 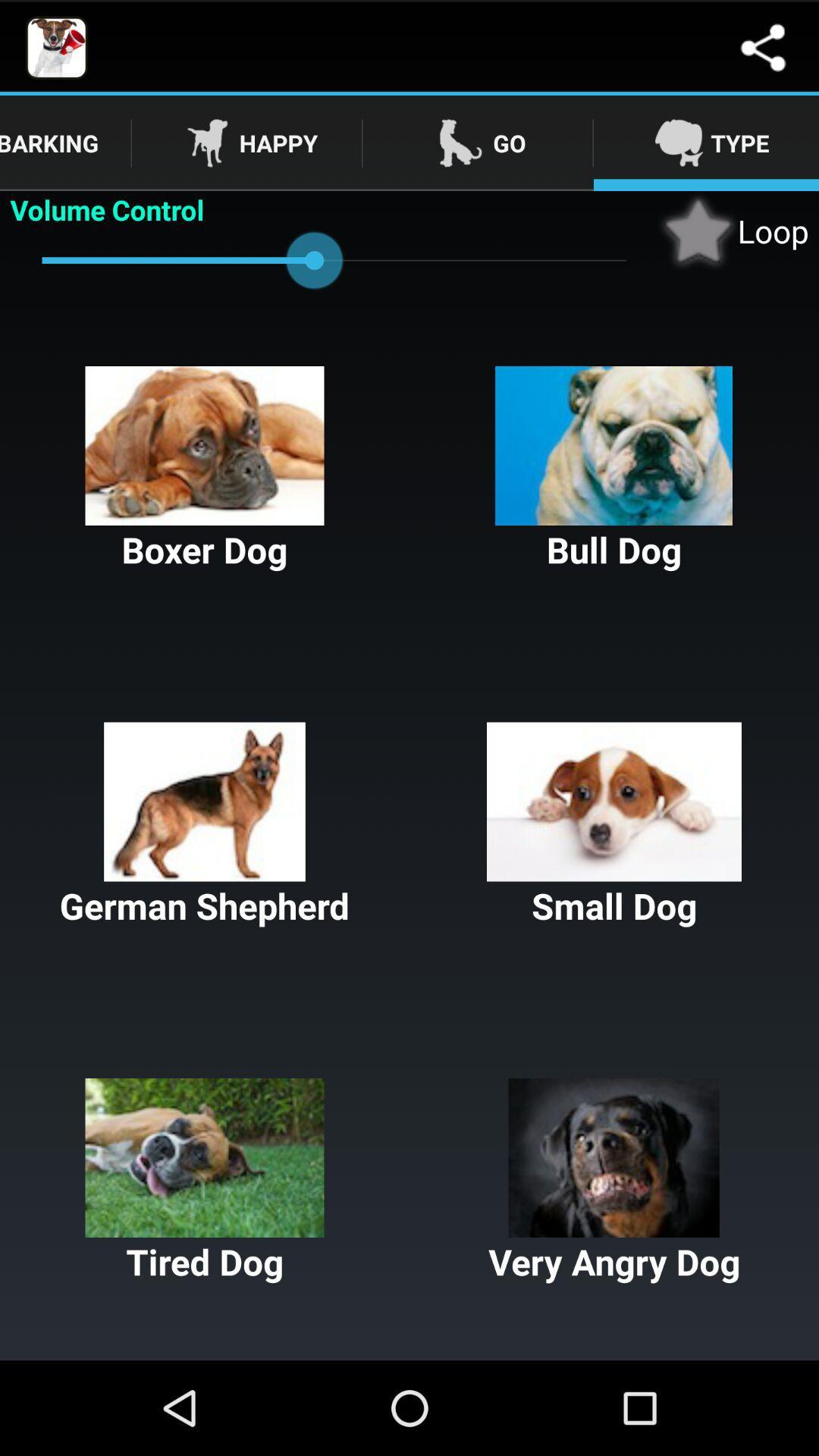 I want to click on icon above german shepherd button, so click(x=614, y=469).